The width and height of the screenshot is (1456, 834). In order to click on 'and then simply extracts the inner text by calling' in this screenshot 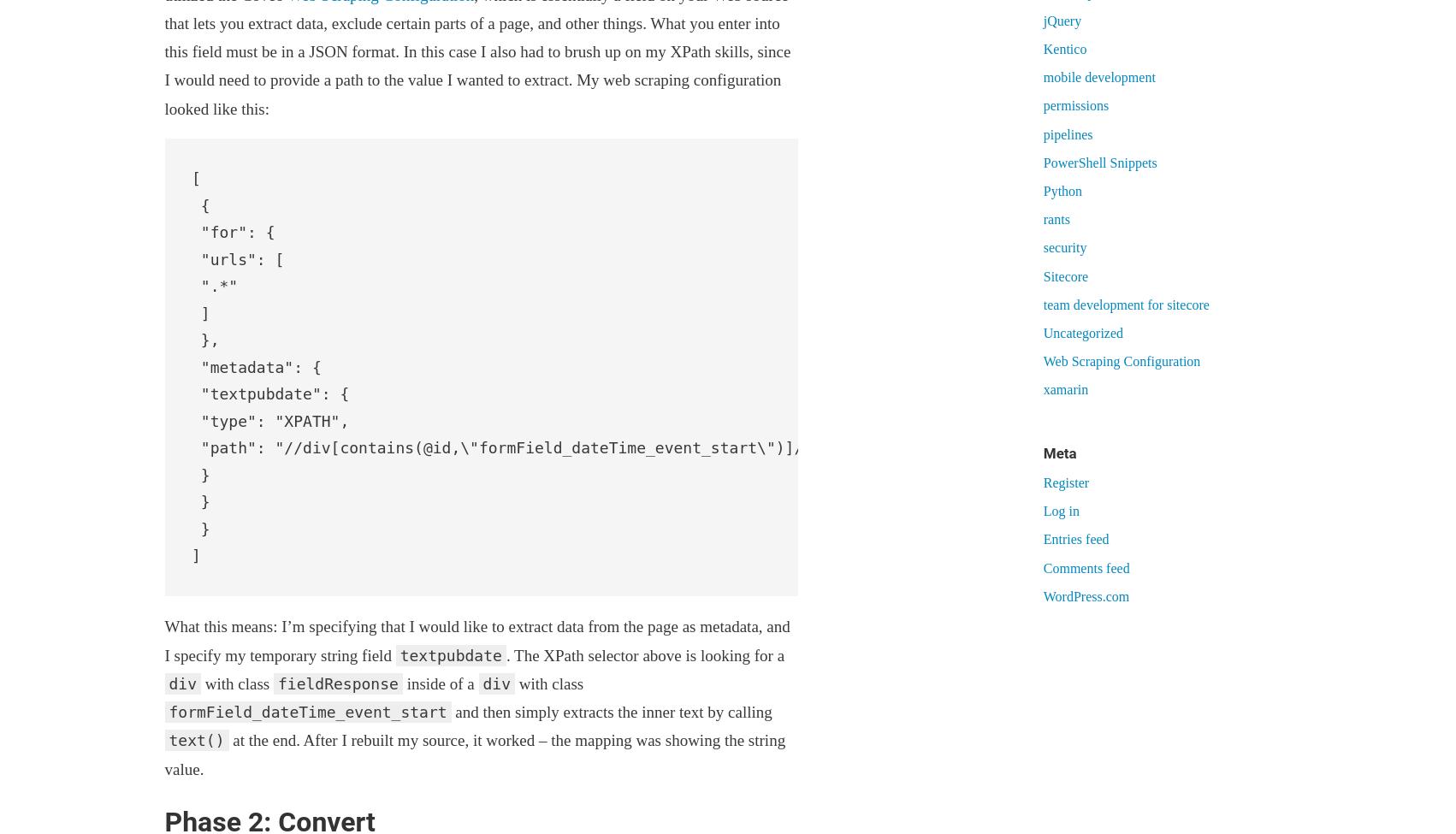, I will do `click(449, 712)`.